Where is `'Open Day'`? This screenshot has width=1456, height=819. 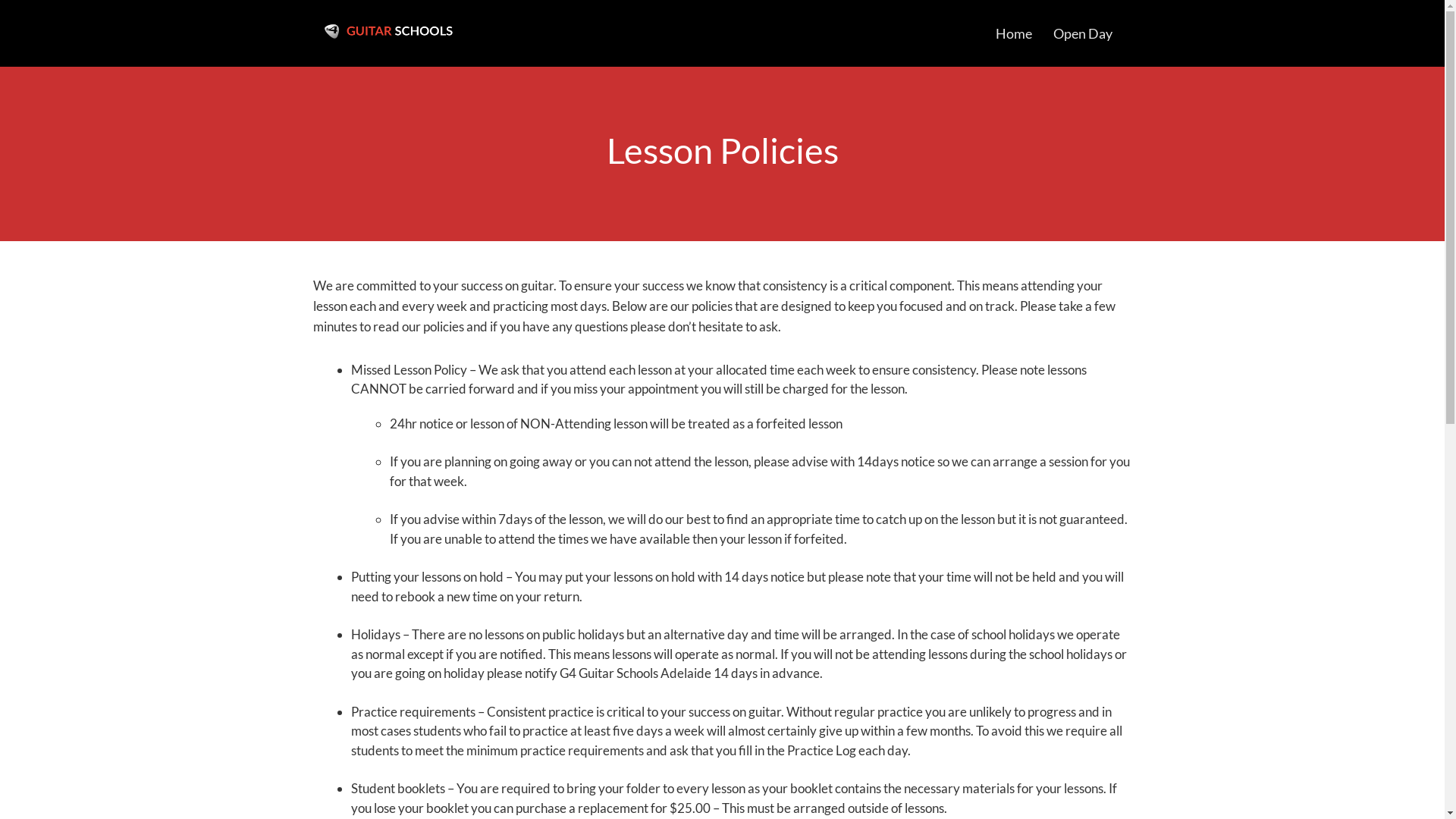
'Open Day' is located at coordinates (1081, 33).